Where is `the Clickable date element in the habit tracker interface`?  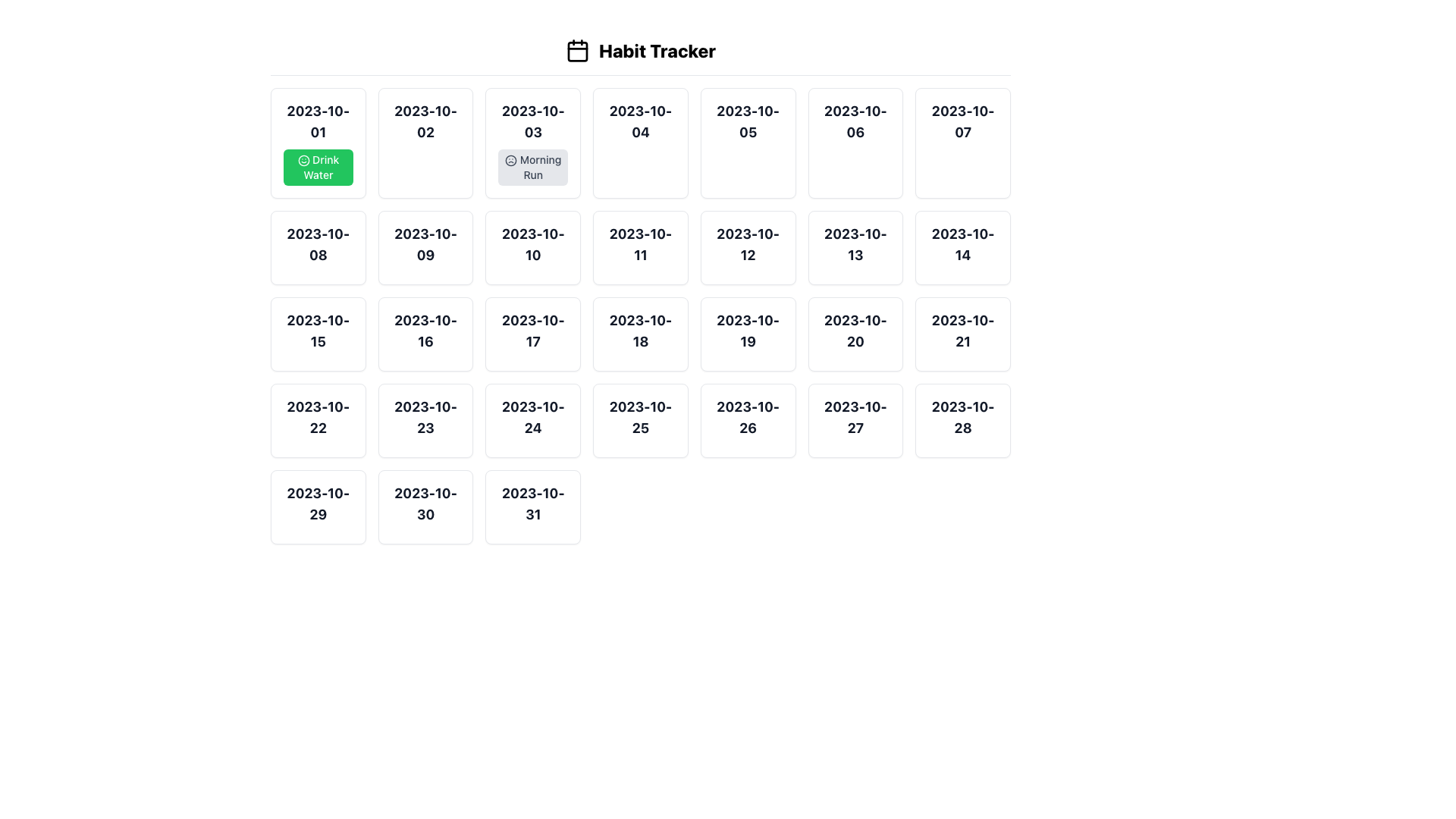
the Clickable date element in the habit tracker interface is located at coordinates (640, 333).